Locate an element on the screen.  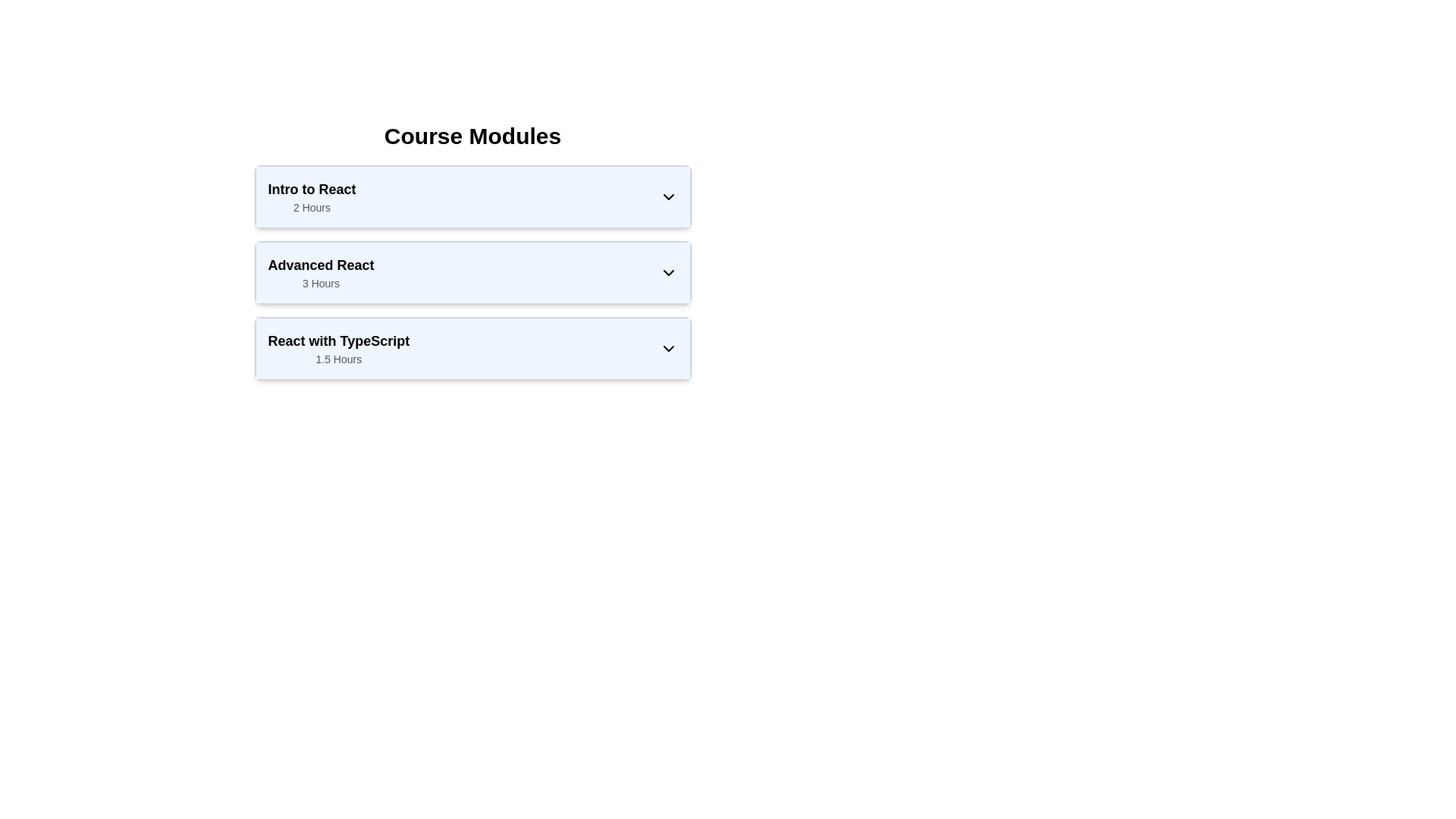
the downward-facing chevron icon indicating expandable sections in the 'React with TypeScript' module is located at coordinates (667, 348).